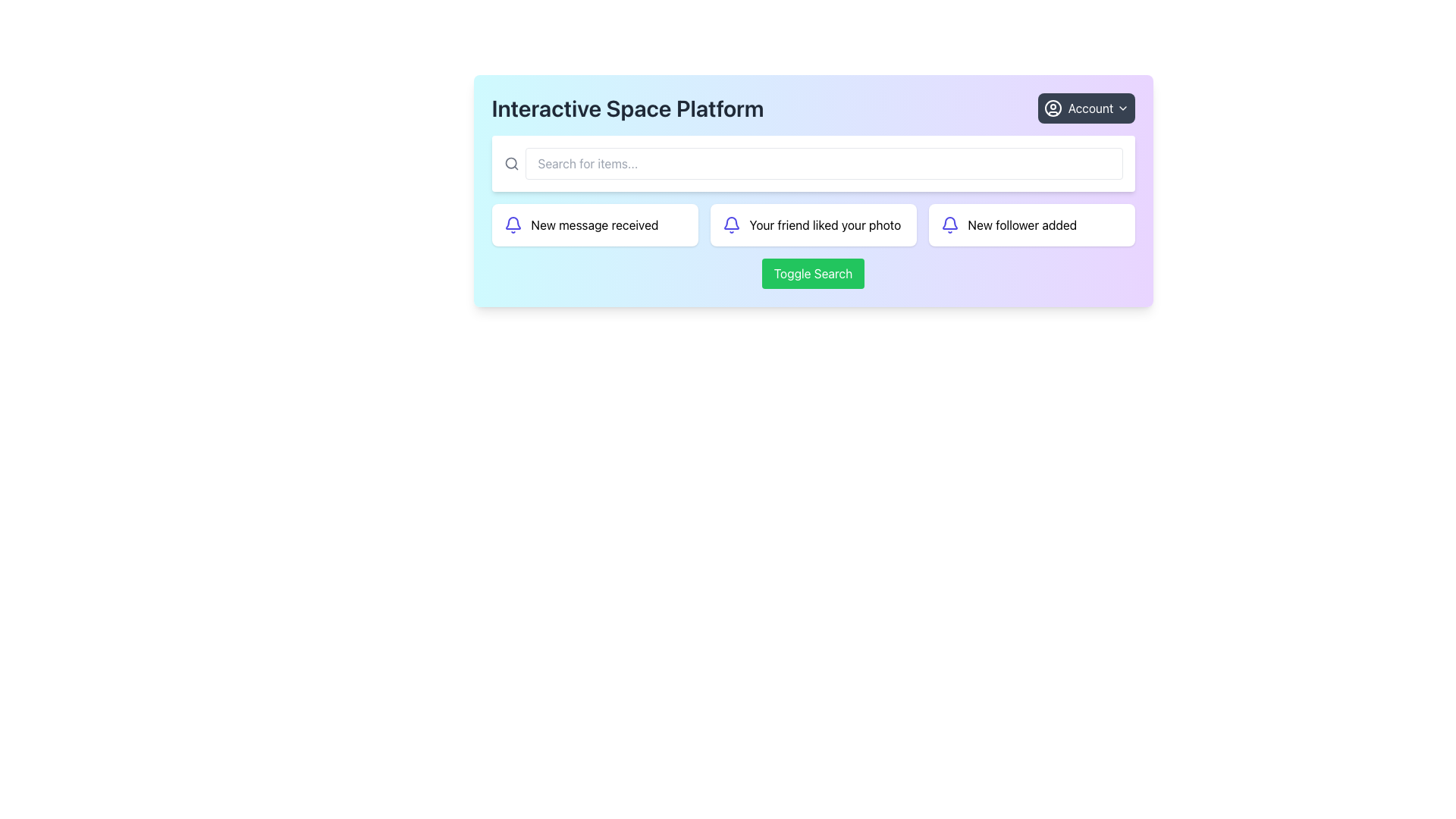  I want to click on the circular portion of the magnifying glass icon, which represents the search functionality within the user interface, located to the left of the search input field, so click(510, 163).